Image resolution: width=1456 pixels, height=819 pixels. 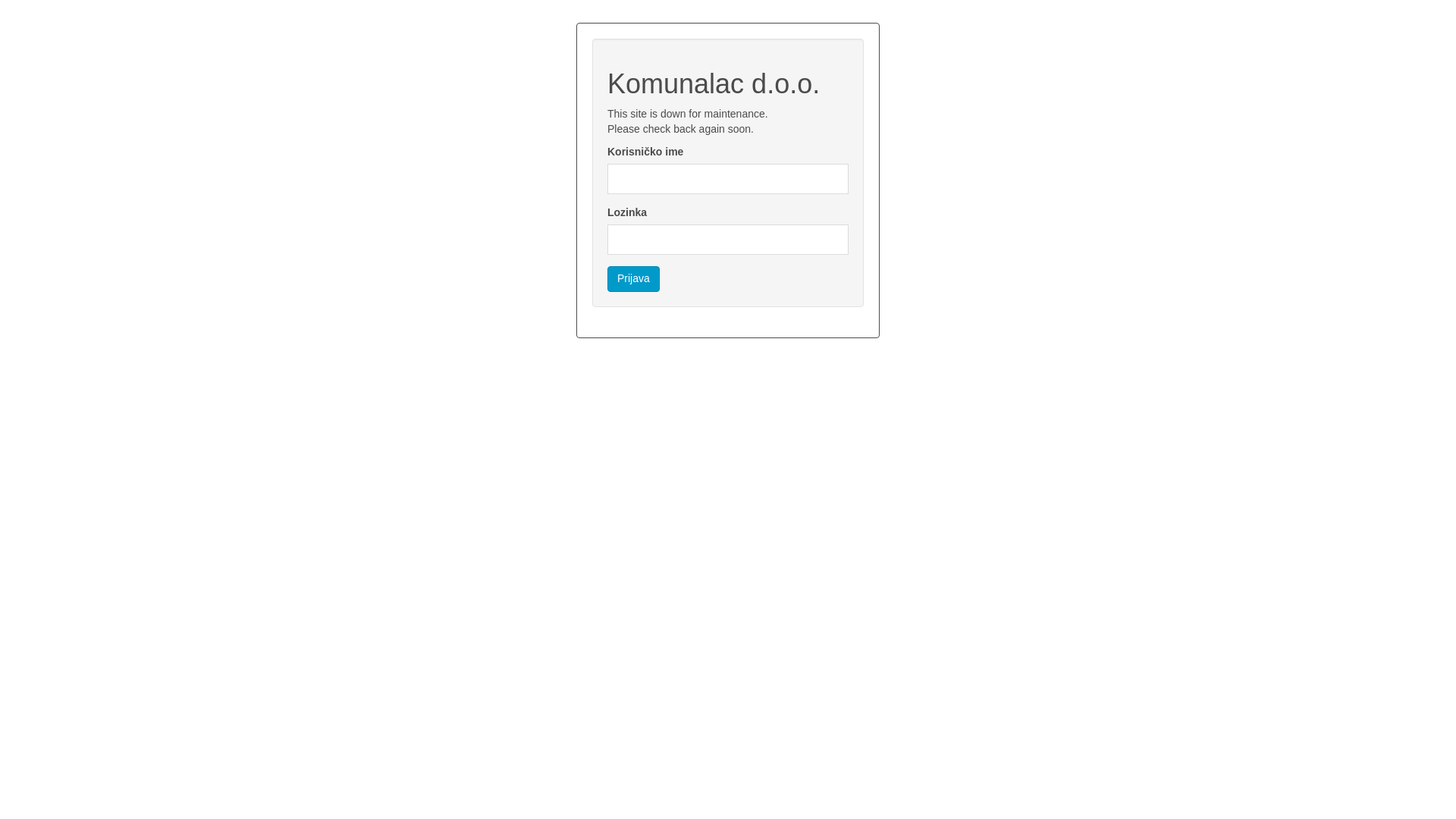 I want to click on 'Prijava', so click(x=633, y=278).